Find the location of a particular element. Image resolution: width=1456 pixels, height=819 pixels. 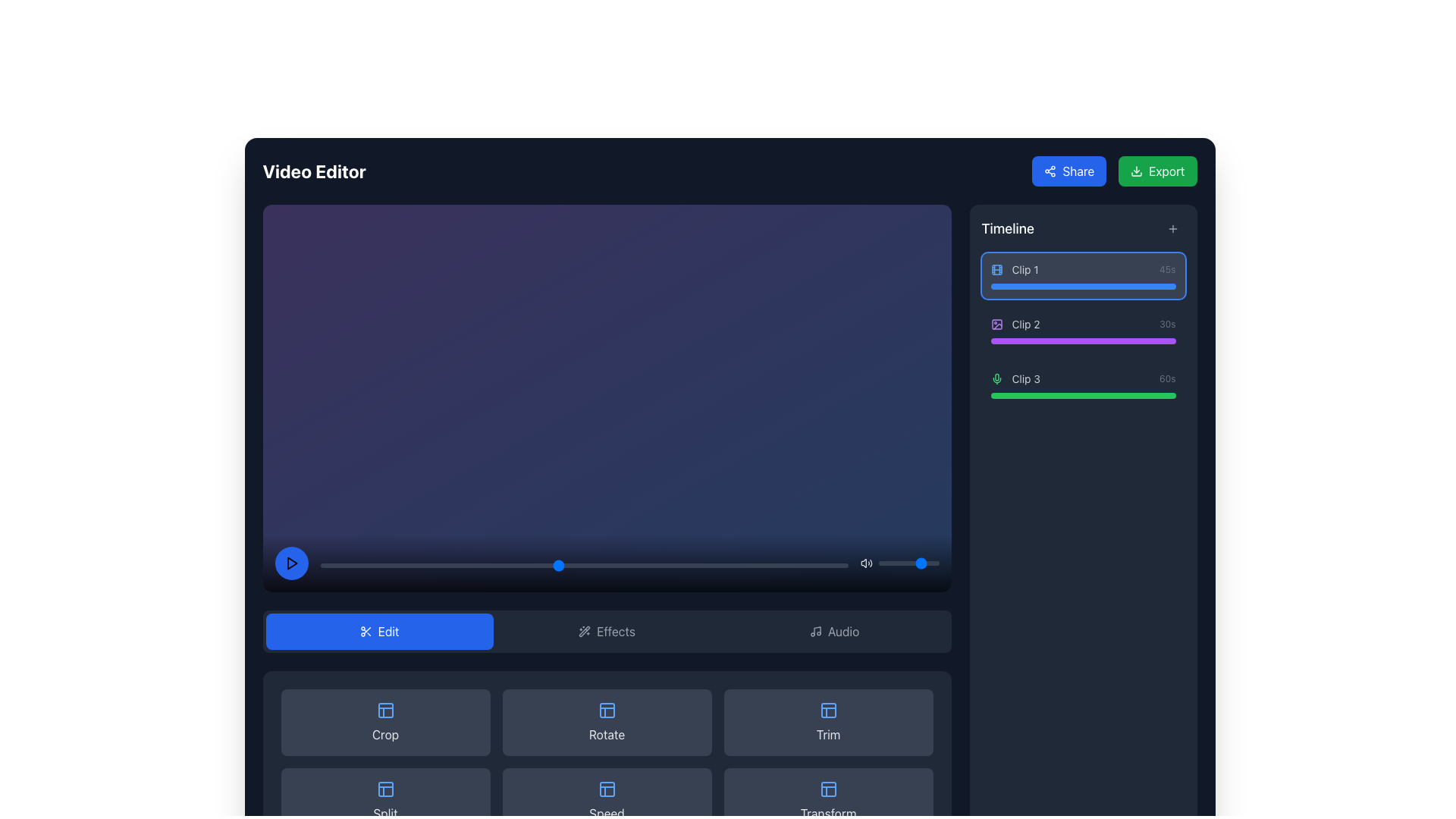

the play button located in the bottom-left corner of the video preview section is located at coordinates (291, 563).